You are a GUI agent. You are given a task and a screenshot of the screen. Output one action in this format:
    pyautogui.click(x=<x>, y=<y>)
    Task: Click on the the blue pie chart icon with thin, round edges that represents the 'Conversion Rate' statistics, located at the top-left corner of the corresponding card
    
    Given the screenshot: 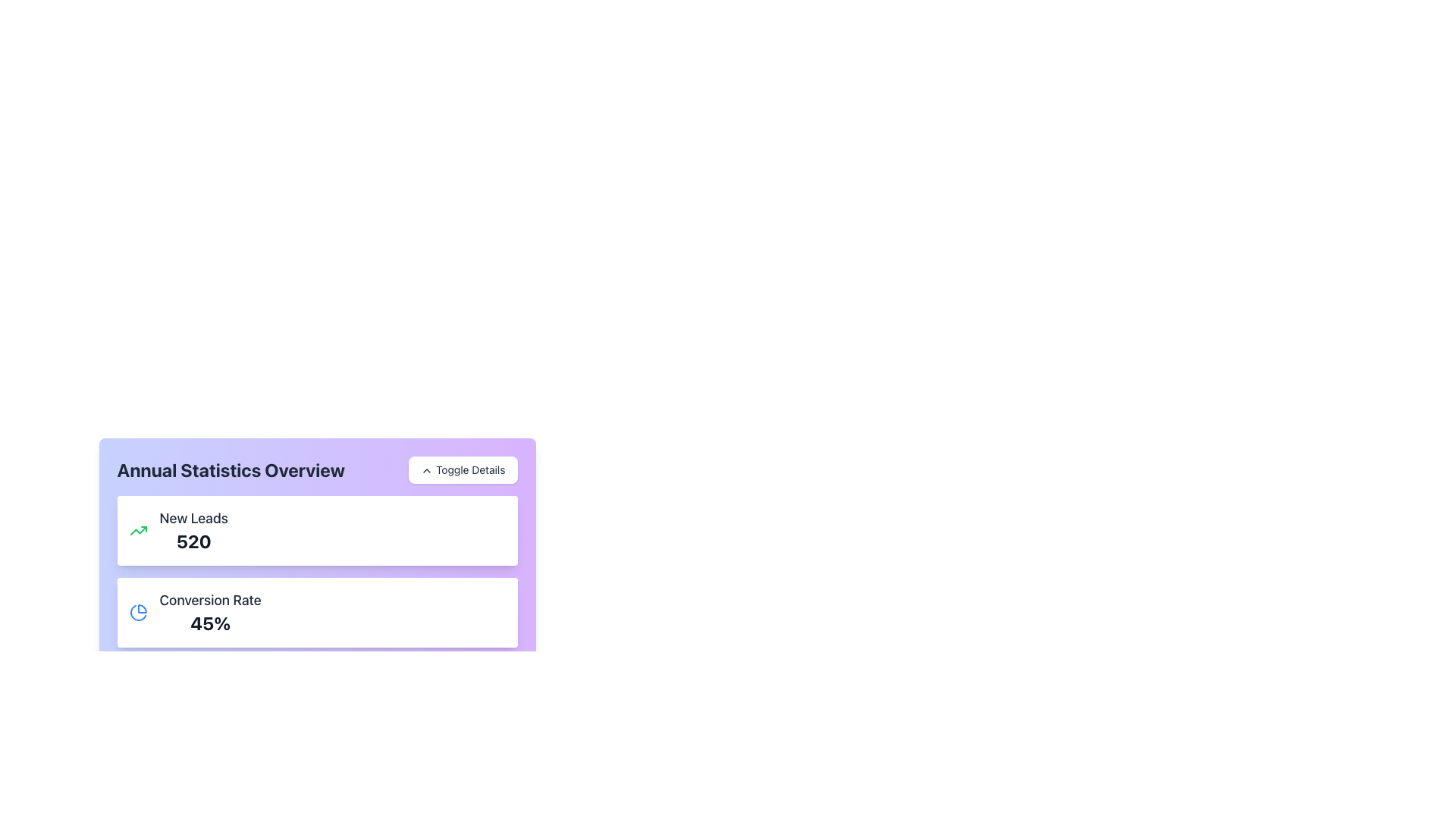 What is the action you would take?
    pyautogui.click(x=138, y=611)
    